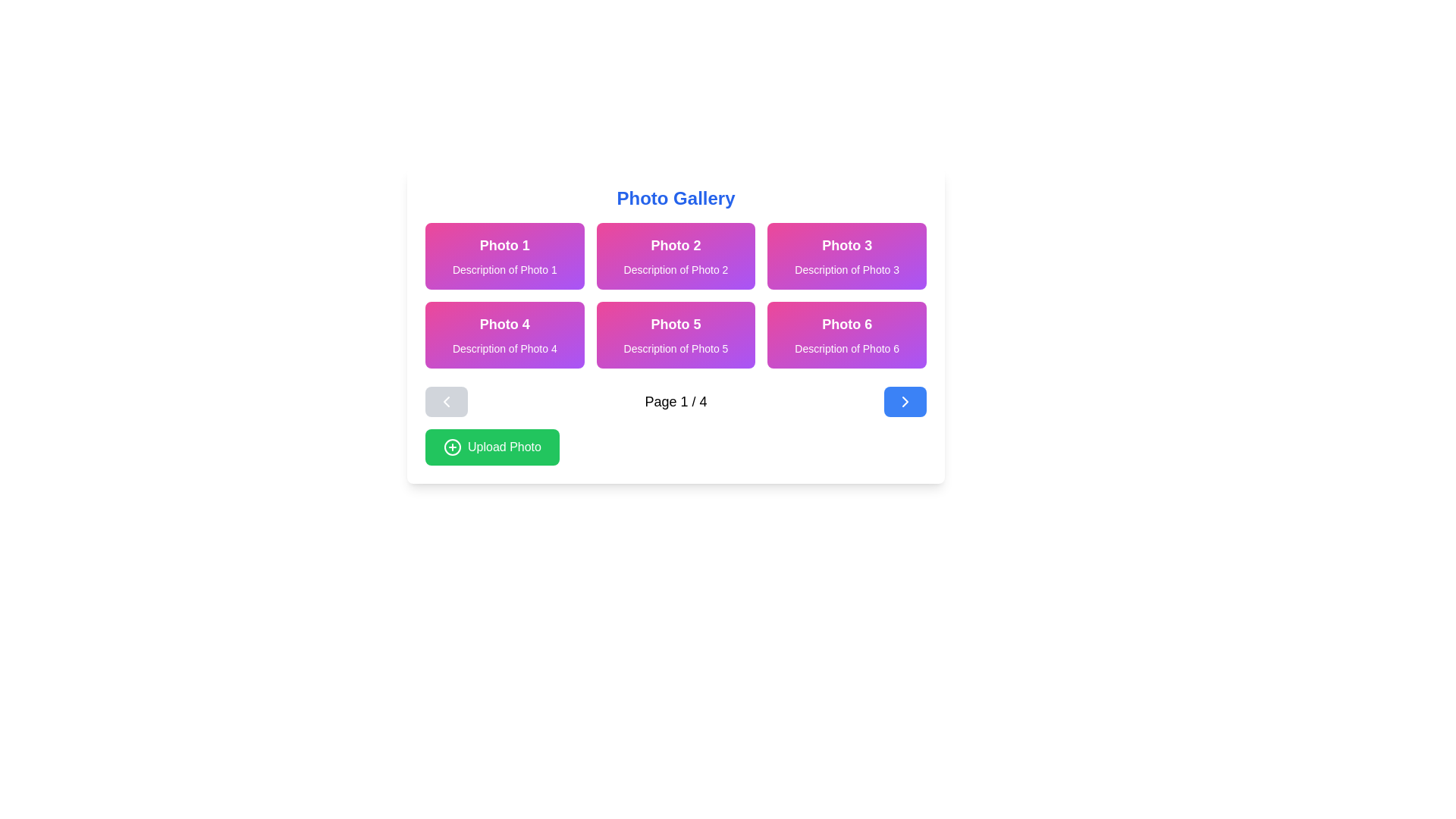 Image resolution: width=1456 pixels, height=819 pixels. I want to click on text from the label displaying 'Description of Photo 4', which is positioned under the bold title 'Photo 4' in the bottom-left section of the gallery grid, so click(504, 348).